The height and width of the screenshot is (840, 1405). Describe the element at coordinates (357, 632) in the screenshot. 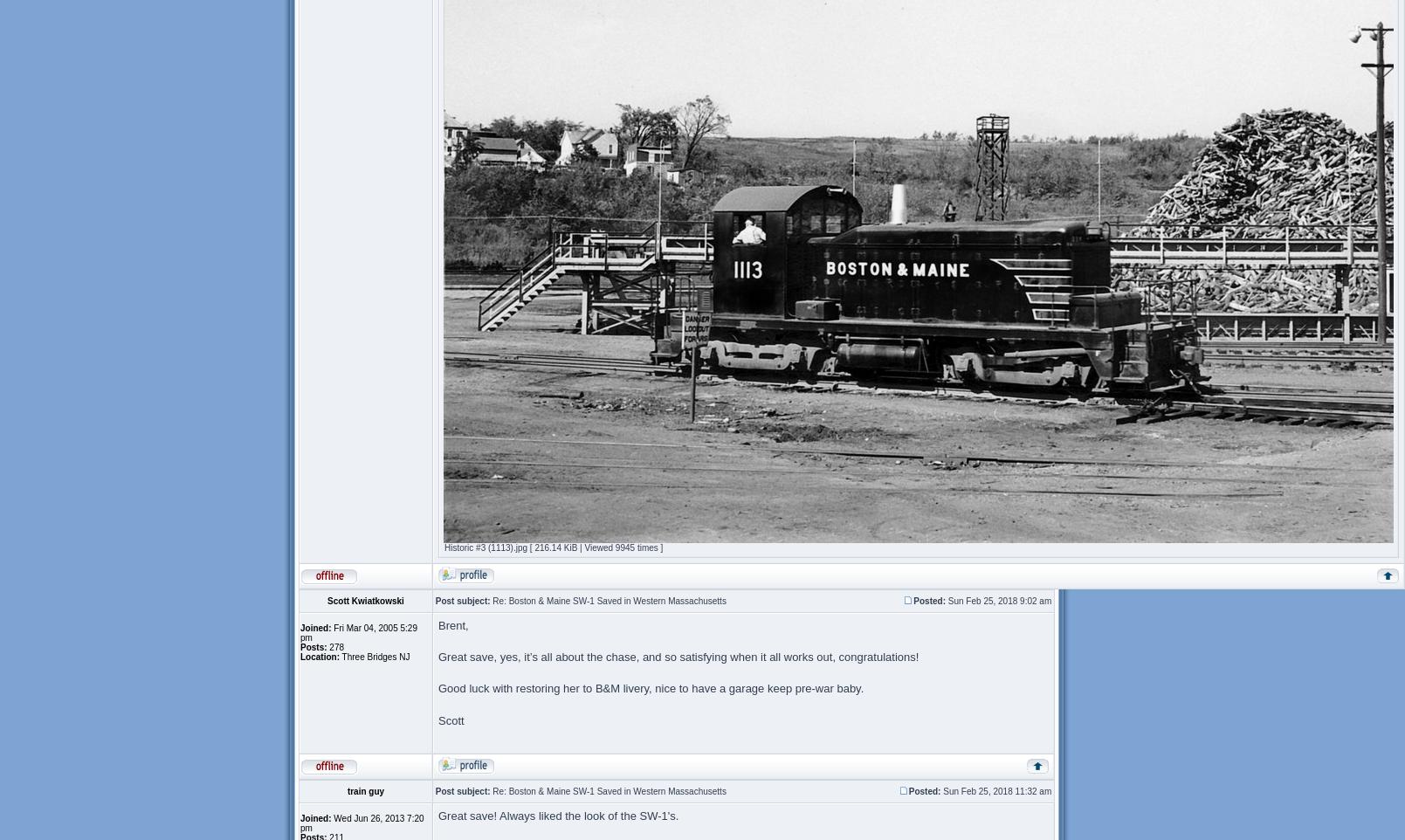

I see `'Fri Mar 04, 2005 5:29 pm'` at that location.